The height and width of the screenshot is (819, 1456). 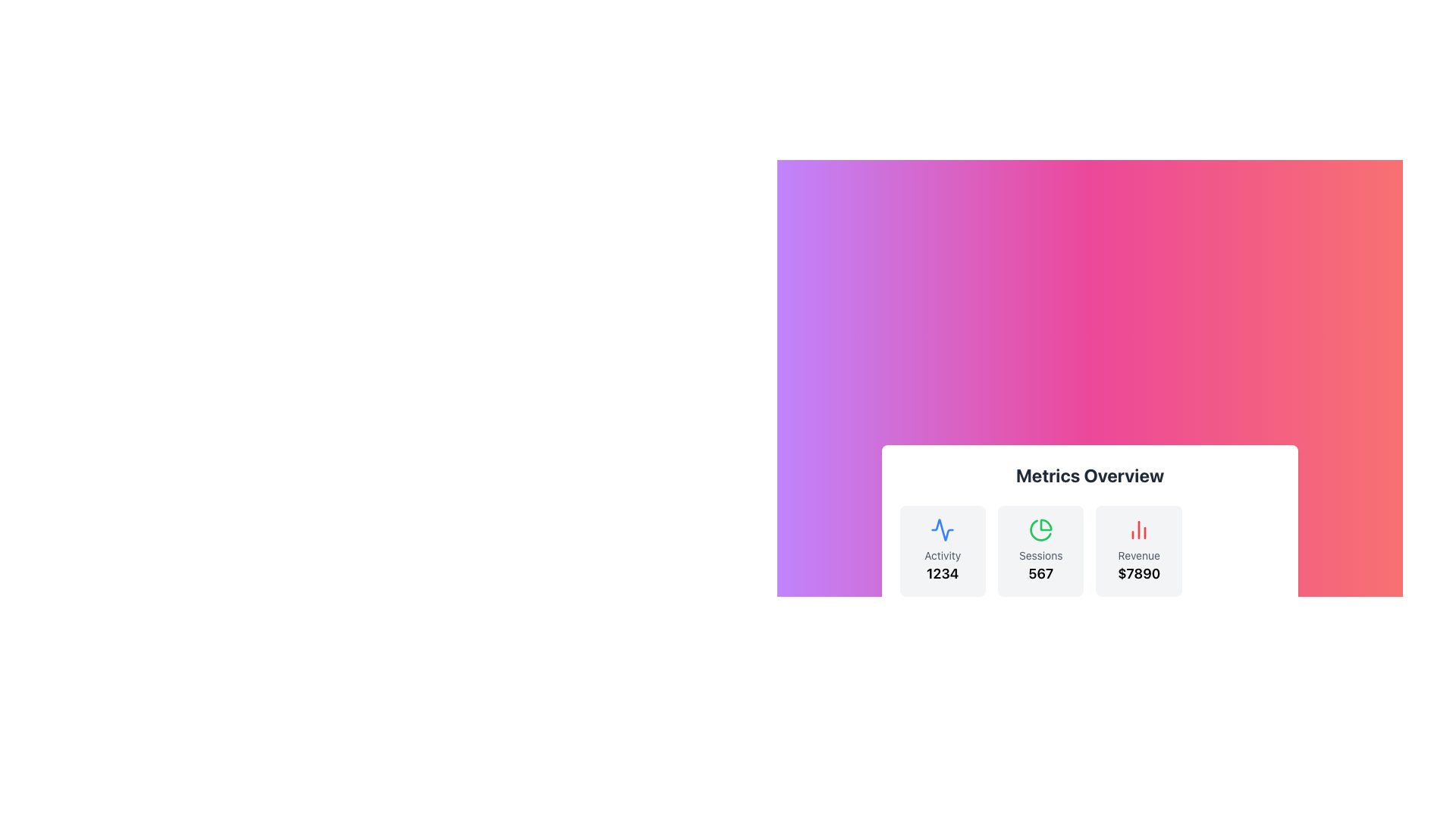 I want to click on displayed revenue value of $7890 from the numeric text display in bold font on a light gray background, located within the financial information card under the label 'Revenue.', so click(x=1139, y=573).